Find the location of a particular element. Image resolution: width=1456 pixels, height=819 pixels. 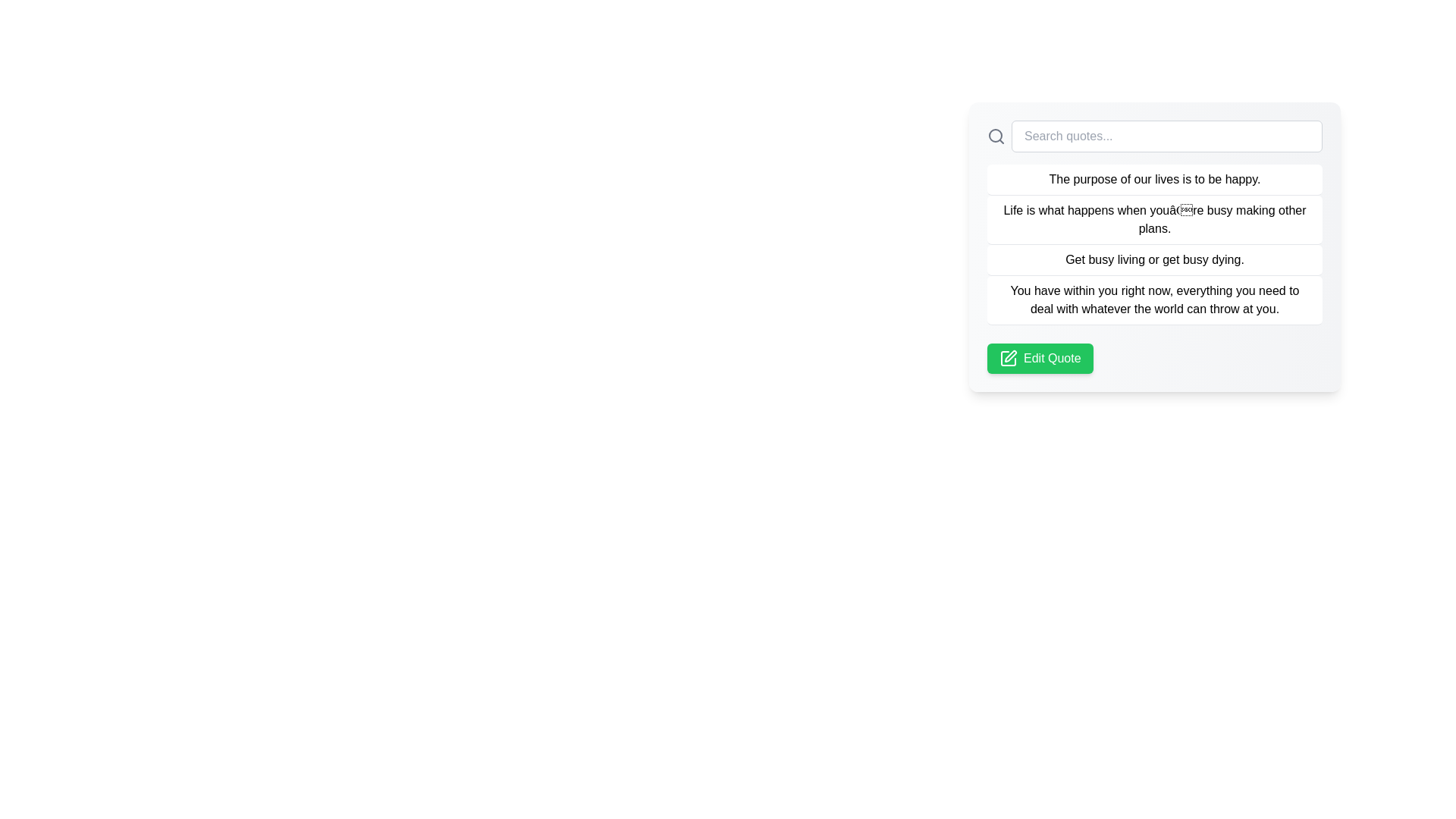

the informational text quote, which is the second item in the vertical list of quotes, by clicking on its center point is located at coordinates (1153, 244).